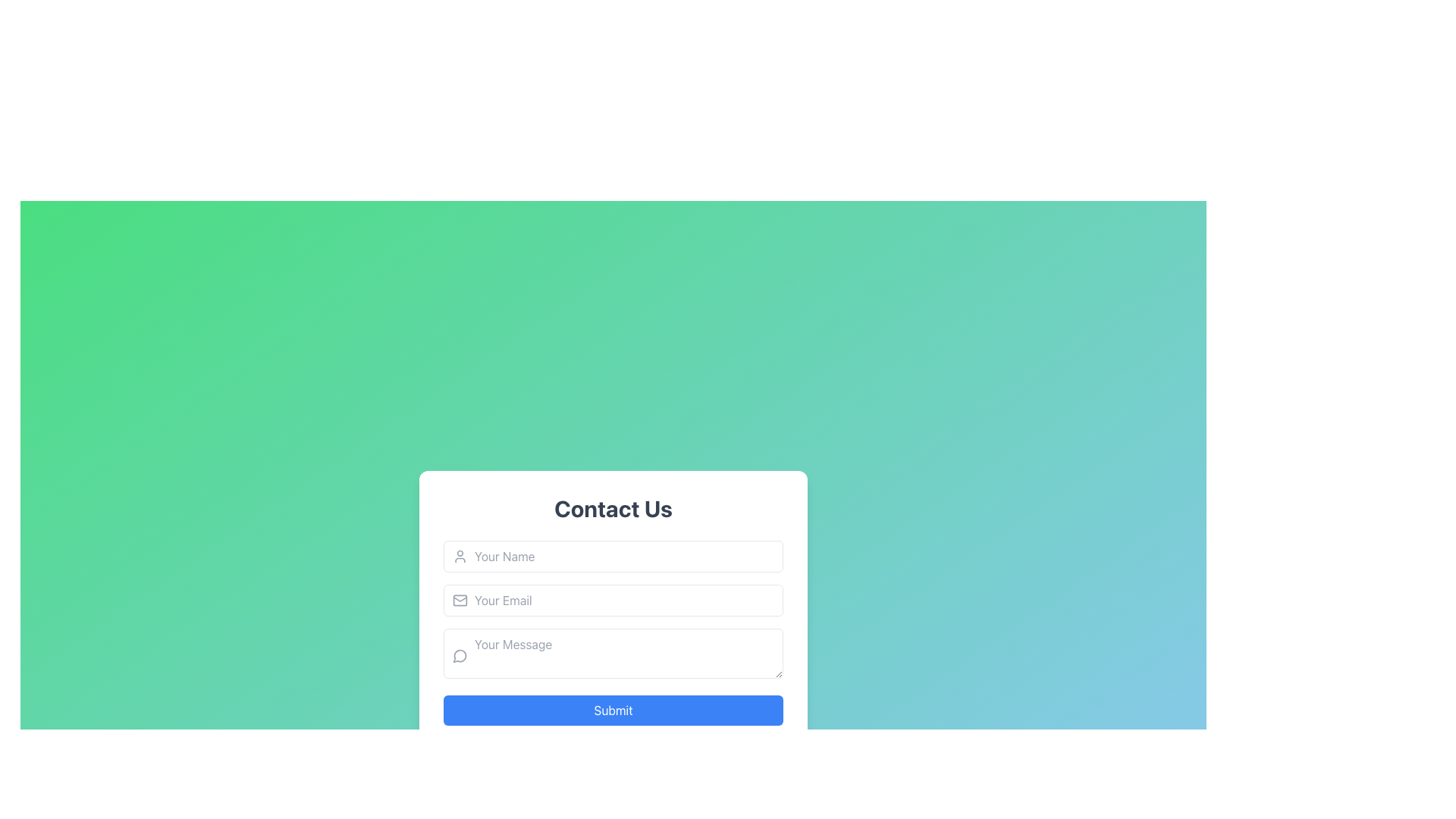 This screenshot has height=819, width=1456. What do you see at coordinates (613, 599) in the screenshot?
I see `the email input field located below the 'Your Name' field and above the 'Your Message' field in the contact form` at bounding box center [613, 599].